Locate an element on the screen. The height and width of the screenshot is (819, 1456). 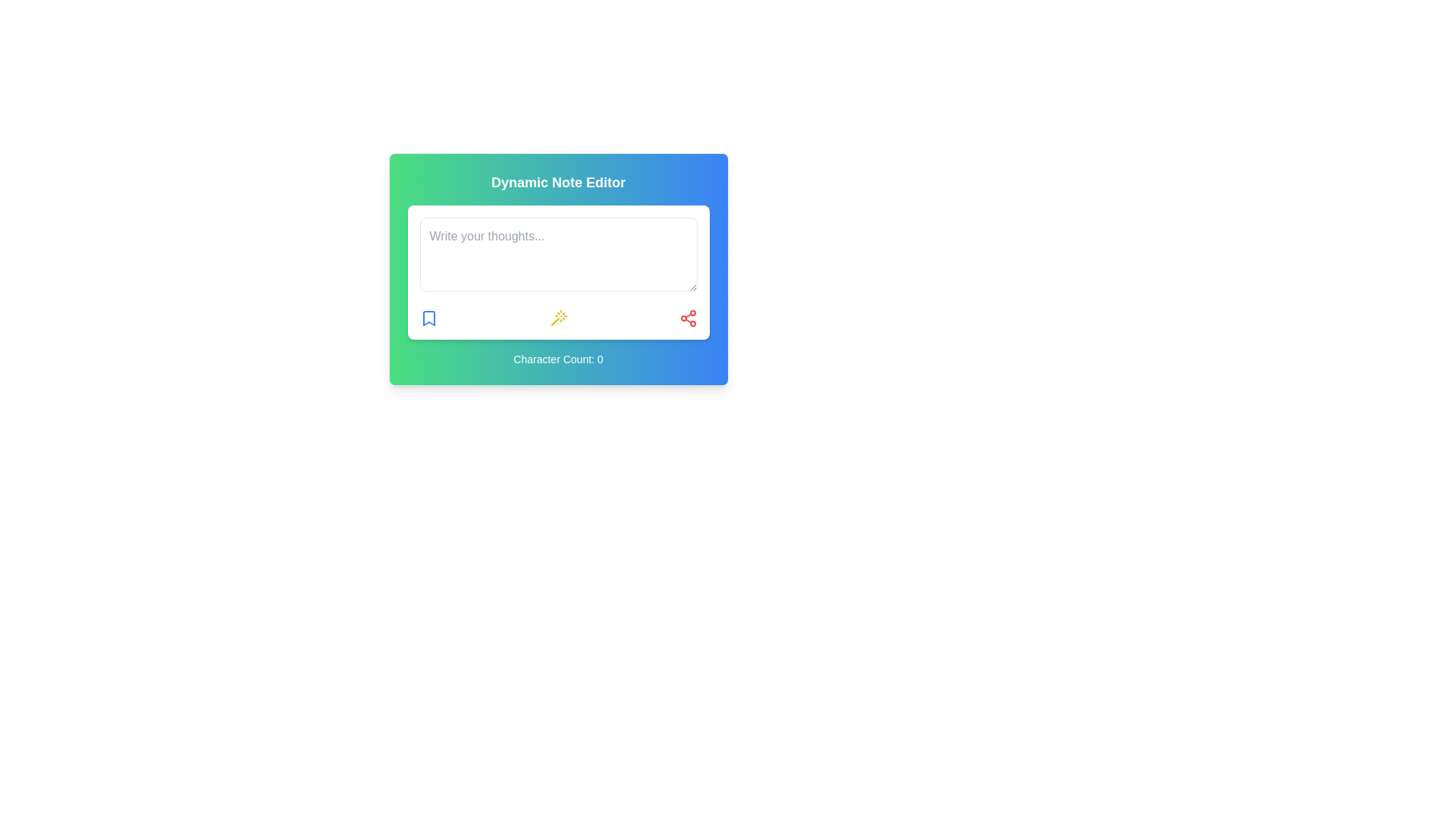
the bookmark icon button located in the lower left corner of the 'Dynamic Note Editor' box is located at coordinates (428, 318).